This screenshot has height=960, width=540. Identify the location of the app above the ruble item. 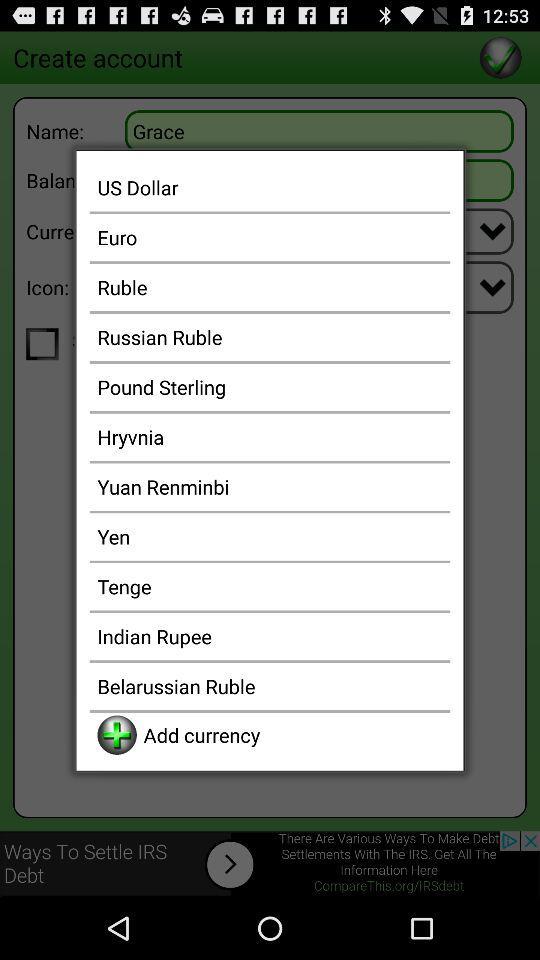
(270, 237).